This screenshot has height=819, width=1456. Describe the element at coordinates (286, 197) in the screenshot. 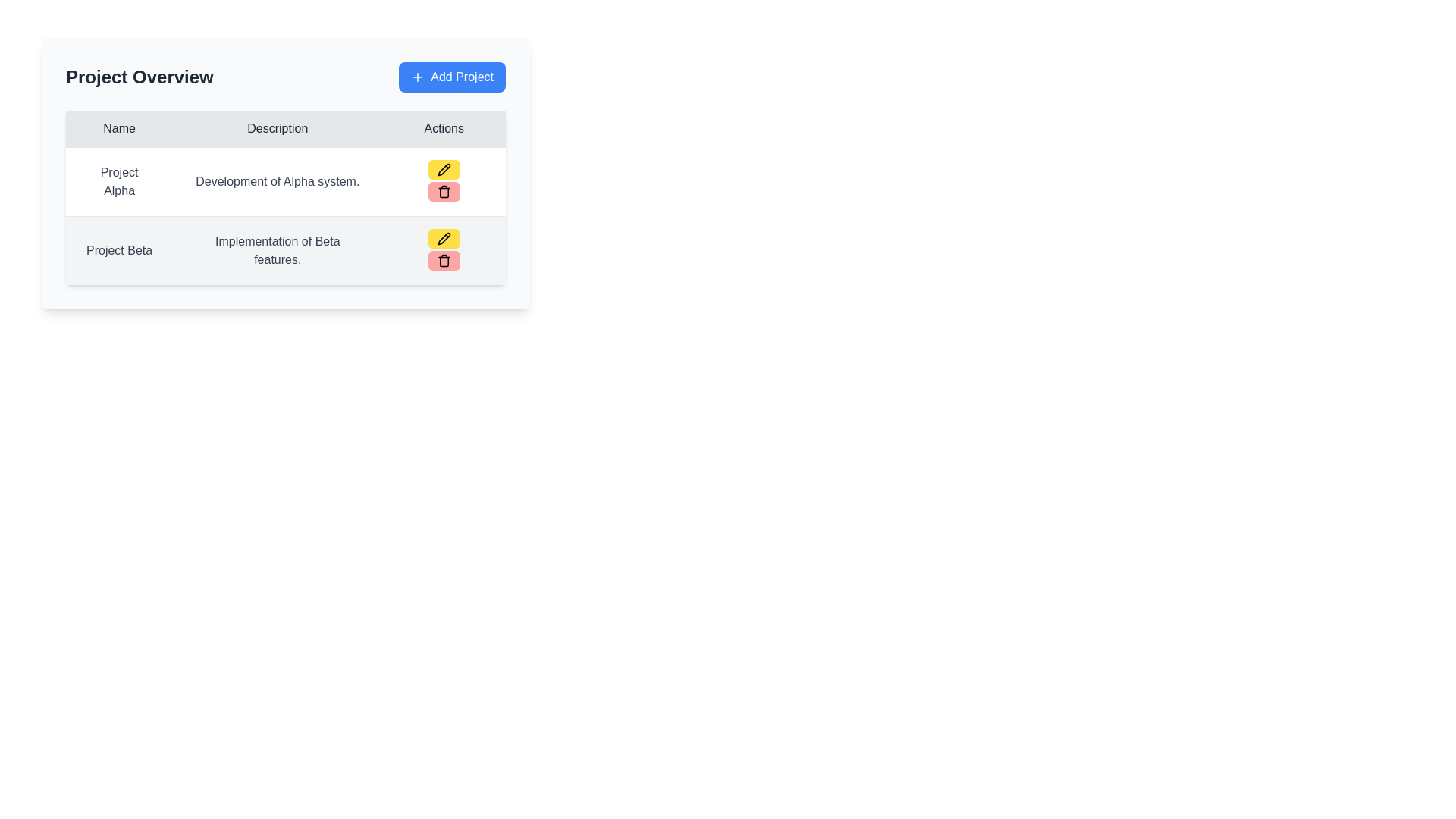

I see `the content of the Project Overview table by clicking on its central area` at that location.